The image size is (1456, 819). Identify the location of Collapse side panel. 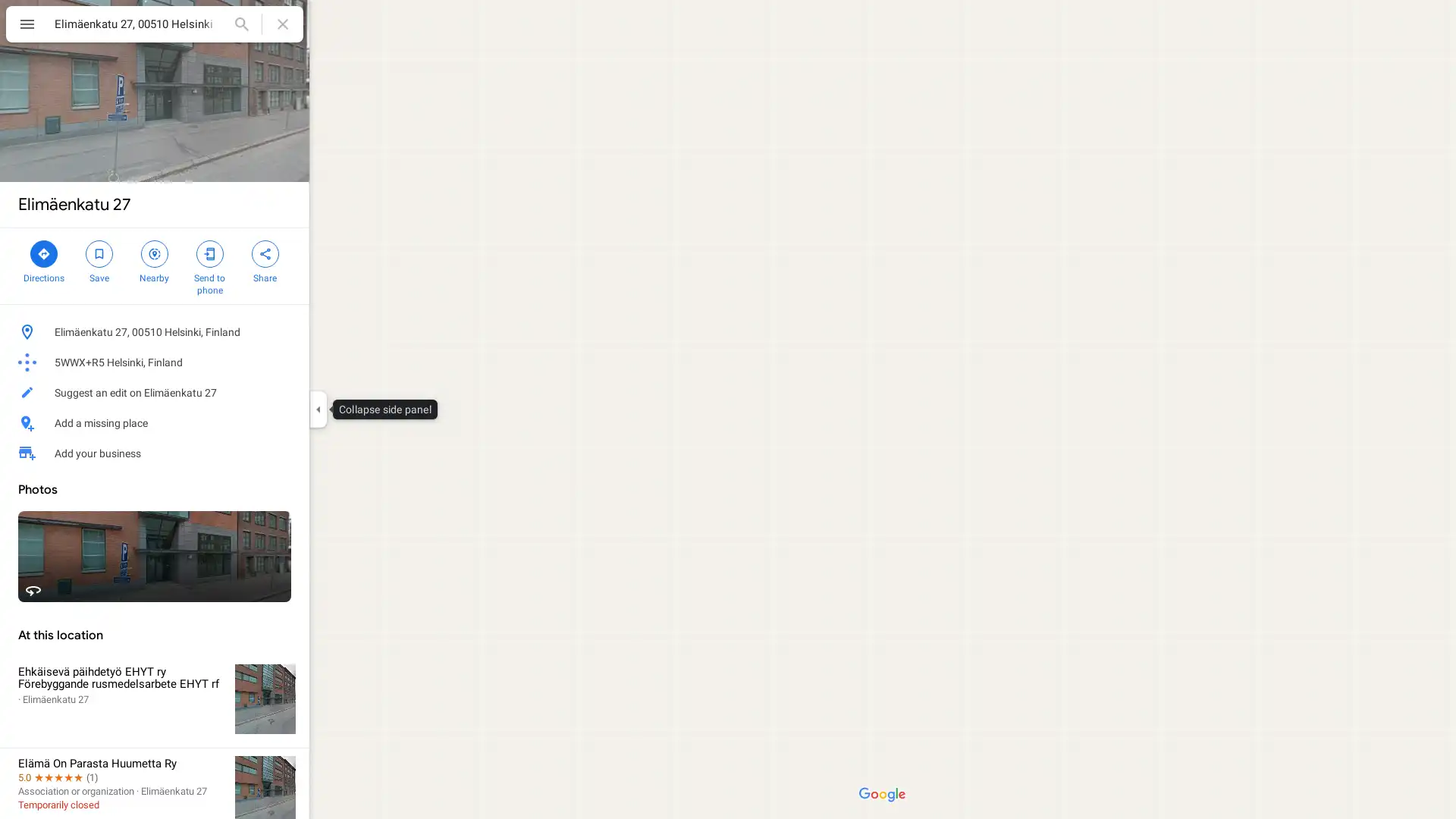
(317, 409).